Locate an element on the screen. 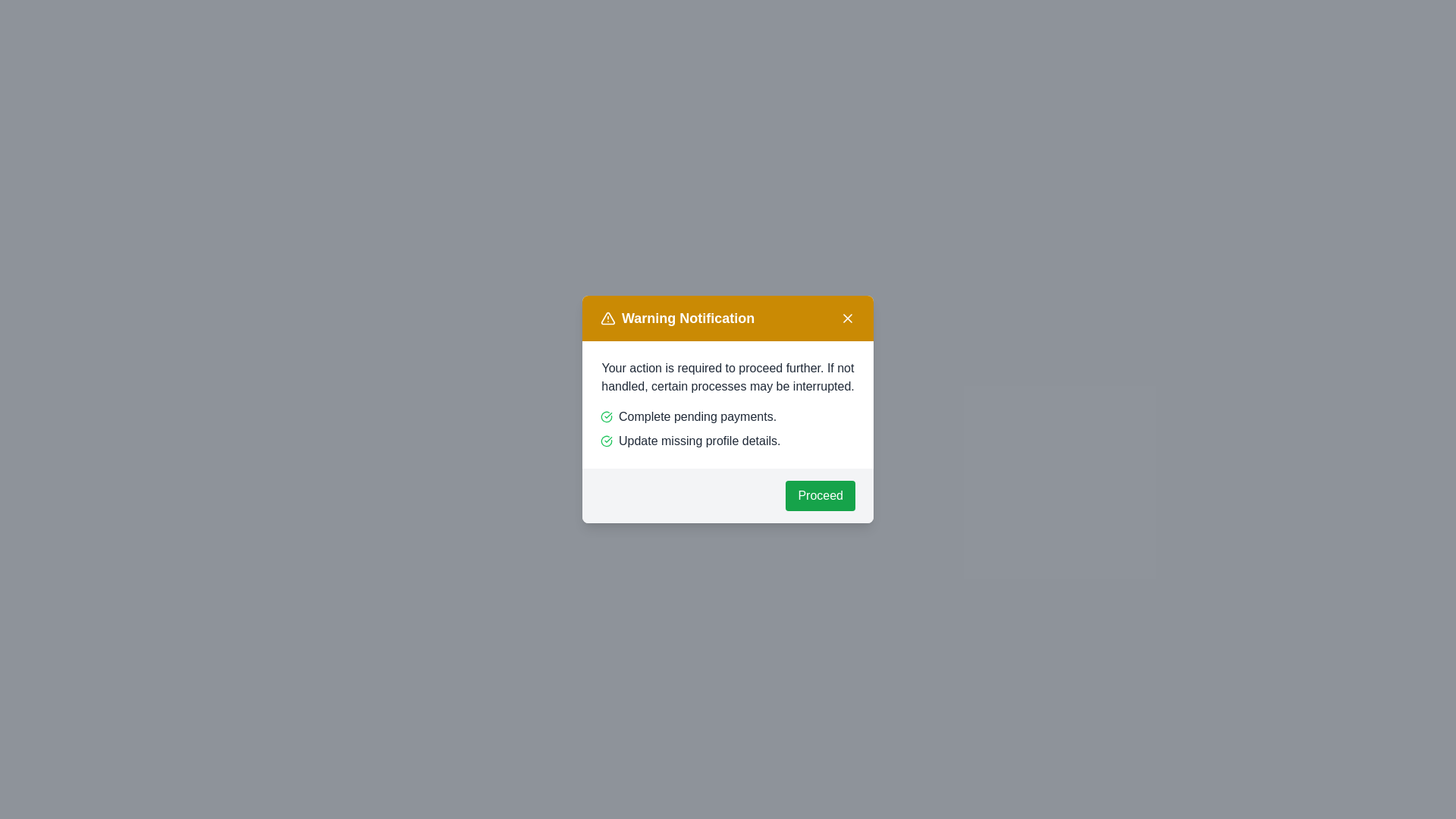  the green circular checkmark icon in the group of labeled messages indicating completion or validation is located at coordinates (728, 429).